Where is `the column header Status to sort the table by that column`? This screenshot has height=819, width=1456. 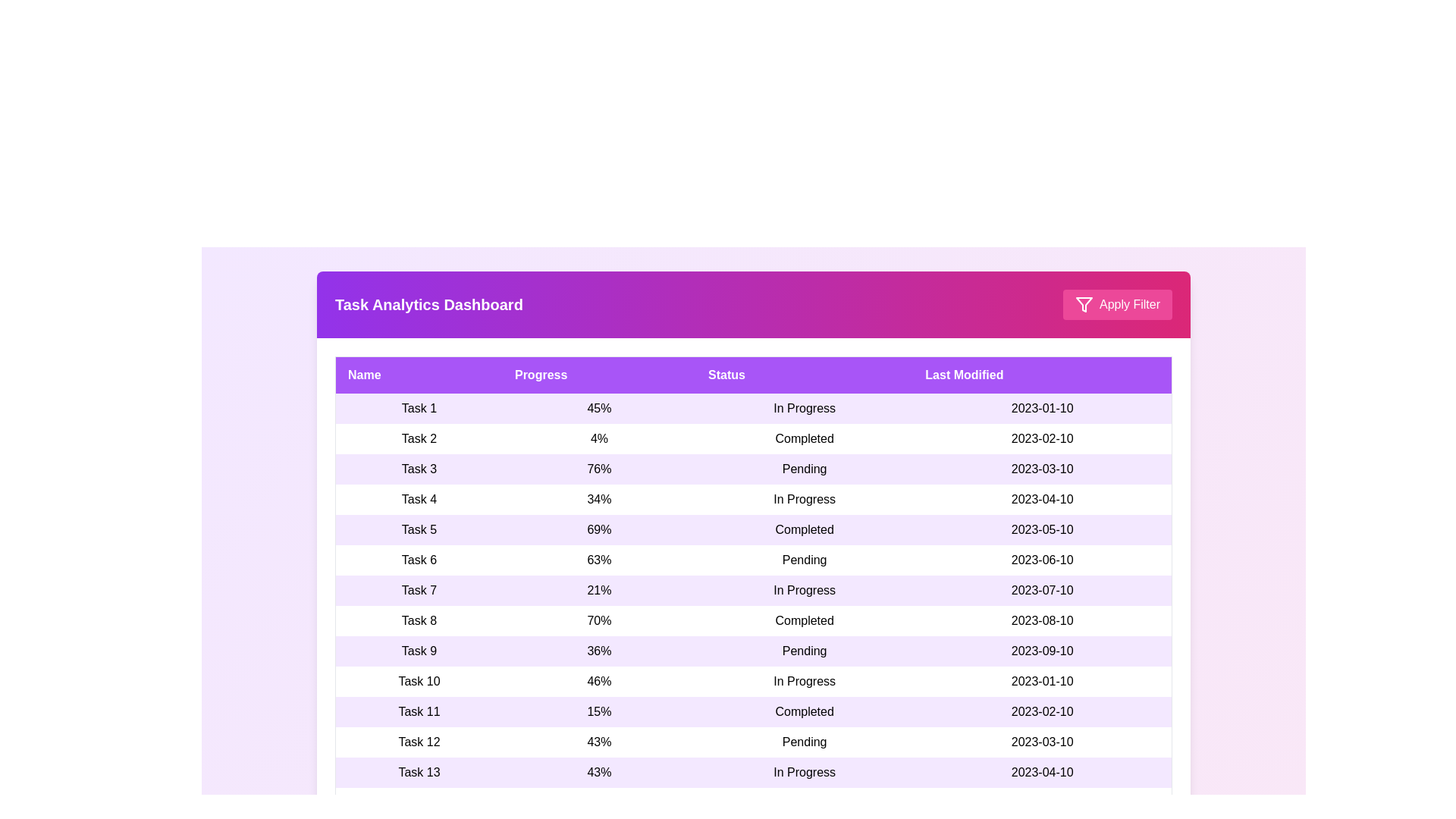 the column header Status to sort the table by that column is located at coordinates (804, 375).